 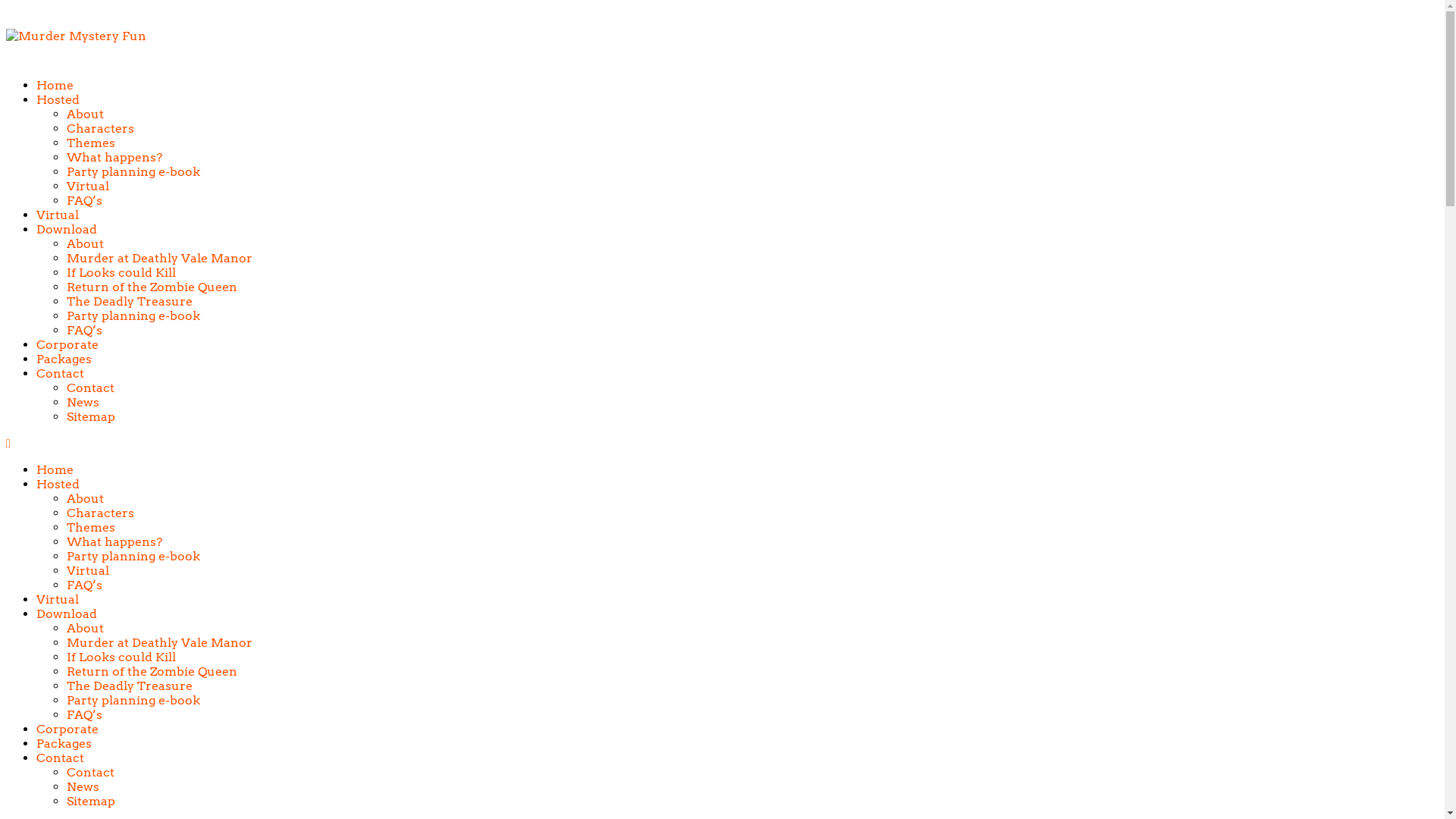 I want to click on 'Corporate', so click(x=67, y=728).